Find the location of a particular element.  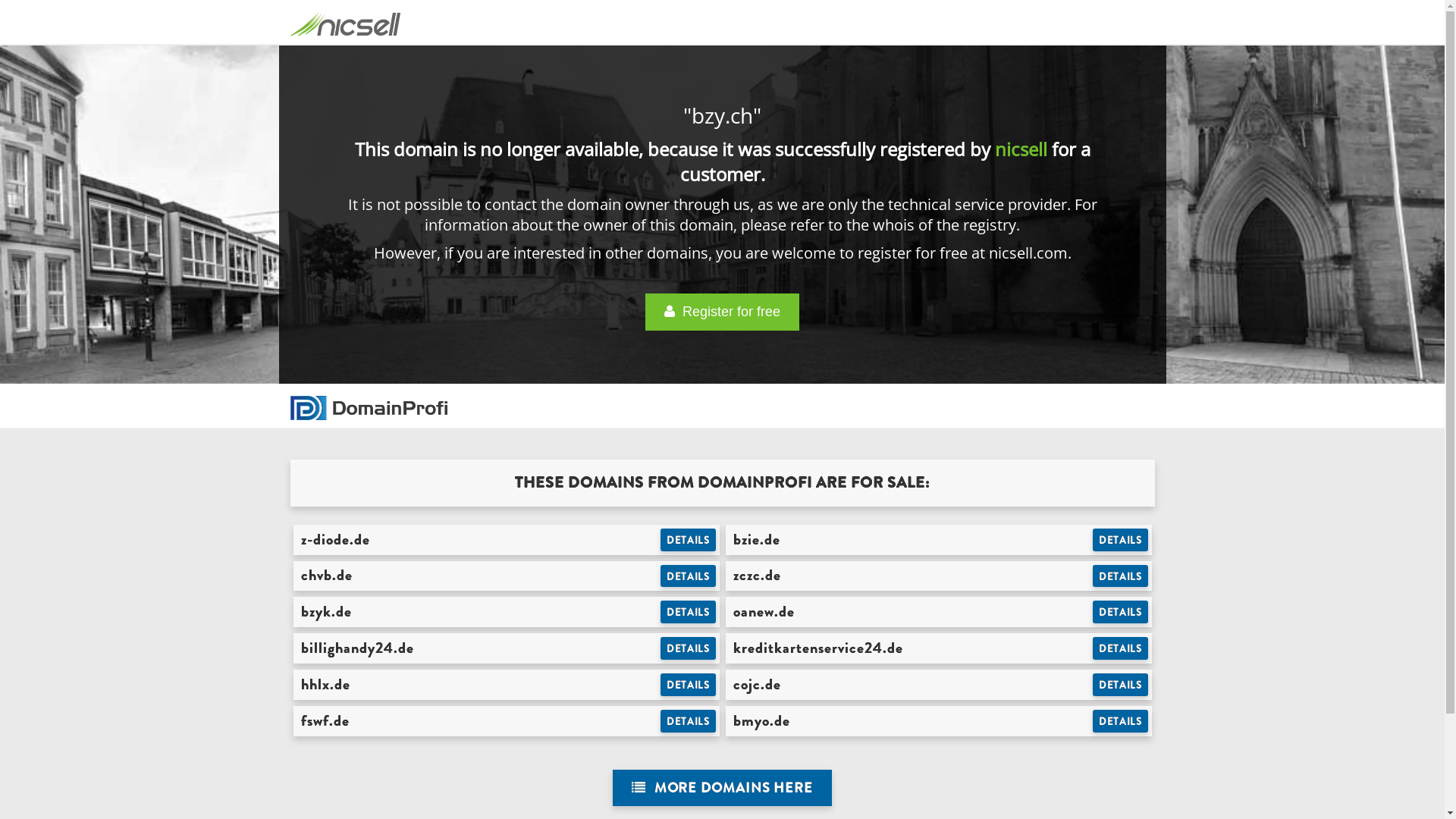

'  Register for free' is located at coordinates (721, 311).